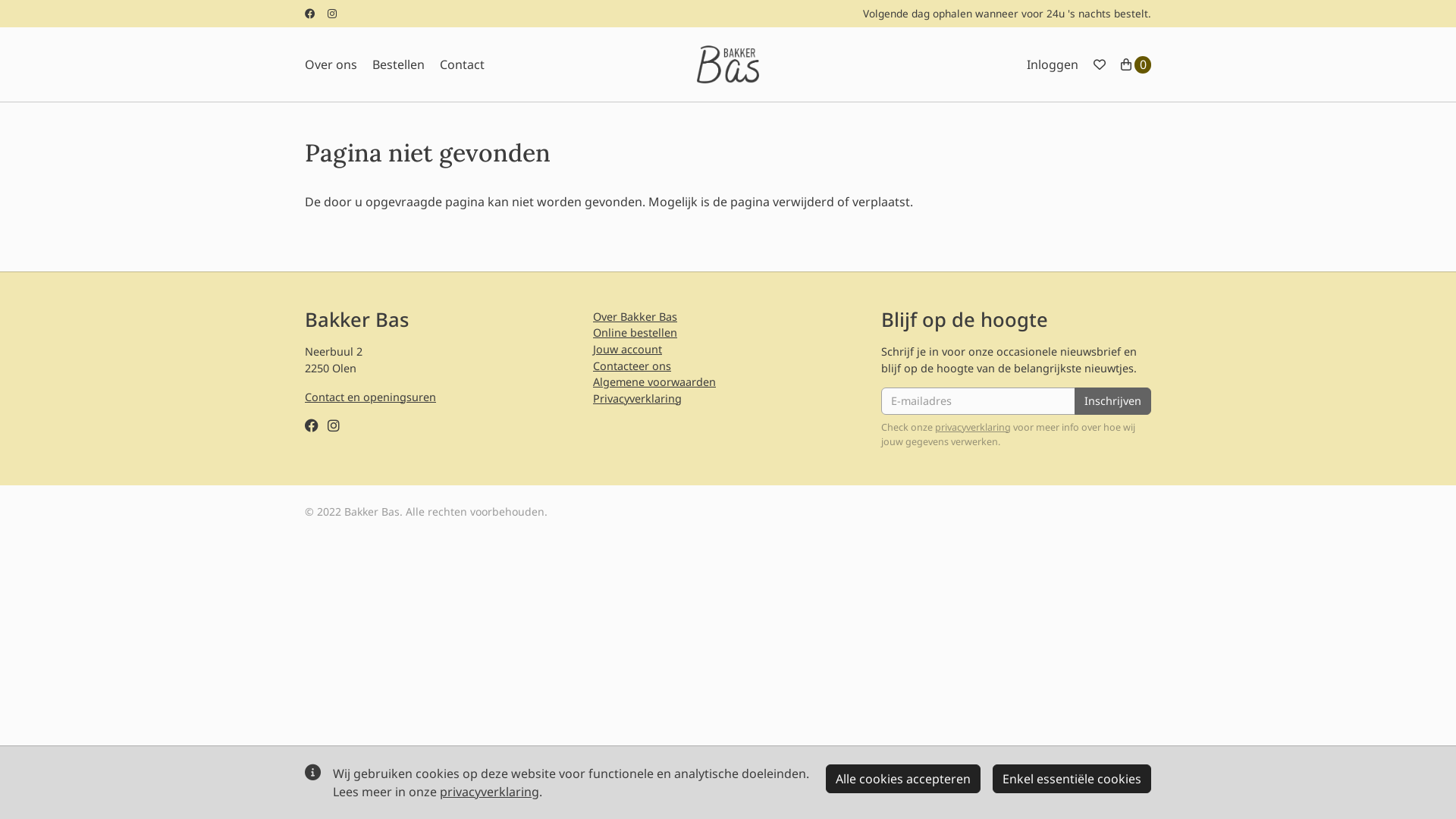 This screenshot has width=1456, height=819. I want to click on 'Bakker Bas op Instagram', so click(333, 425).